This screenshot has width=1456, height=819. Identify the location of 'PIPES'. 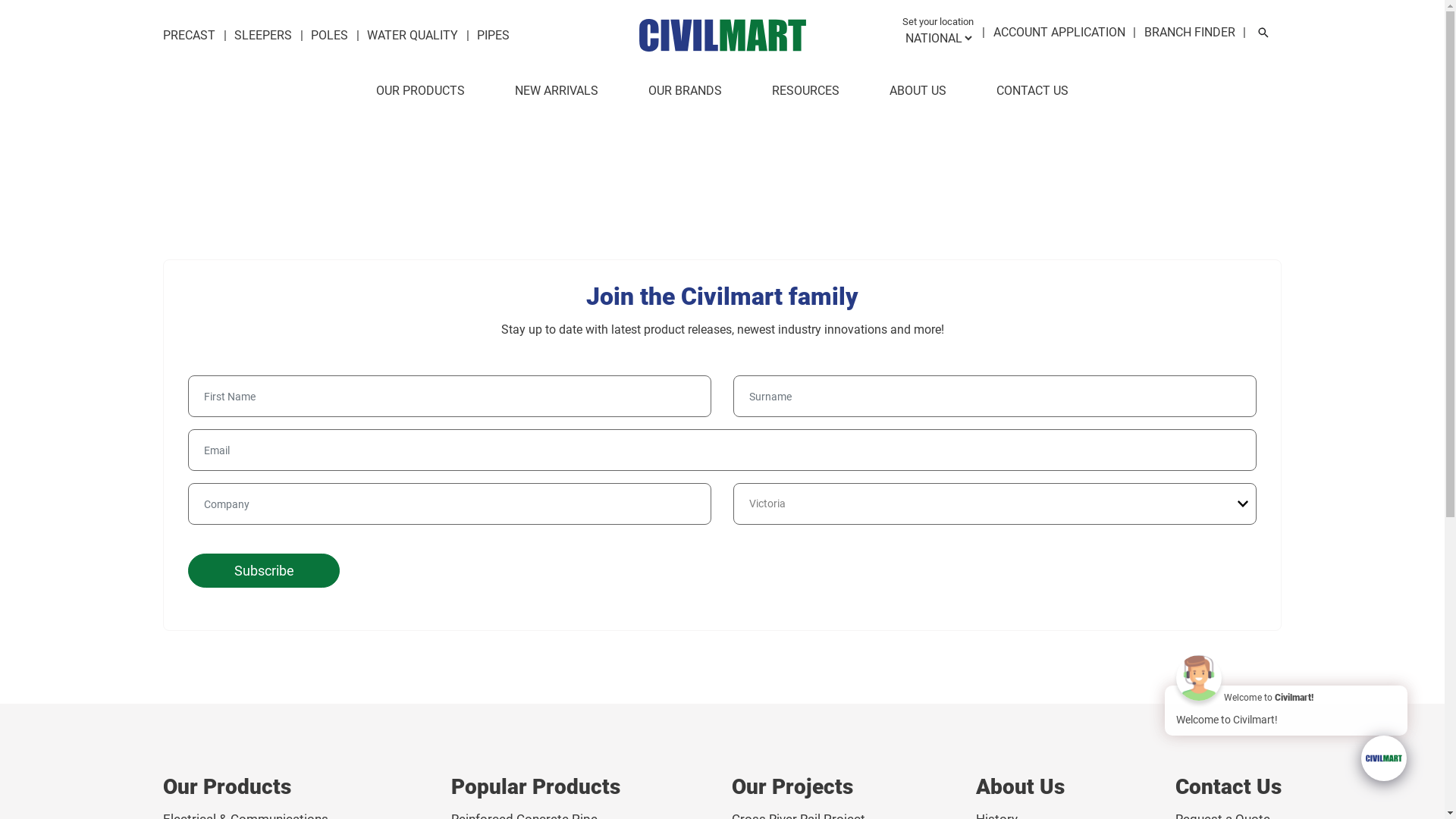
(493, 34).